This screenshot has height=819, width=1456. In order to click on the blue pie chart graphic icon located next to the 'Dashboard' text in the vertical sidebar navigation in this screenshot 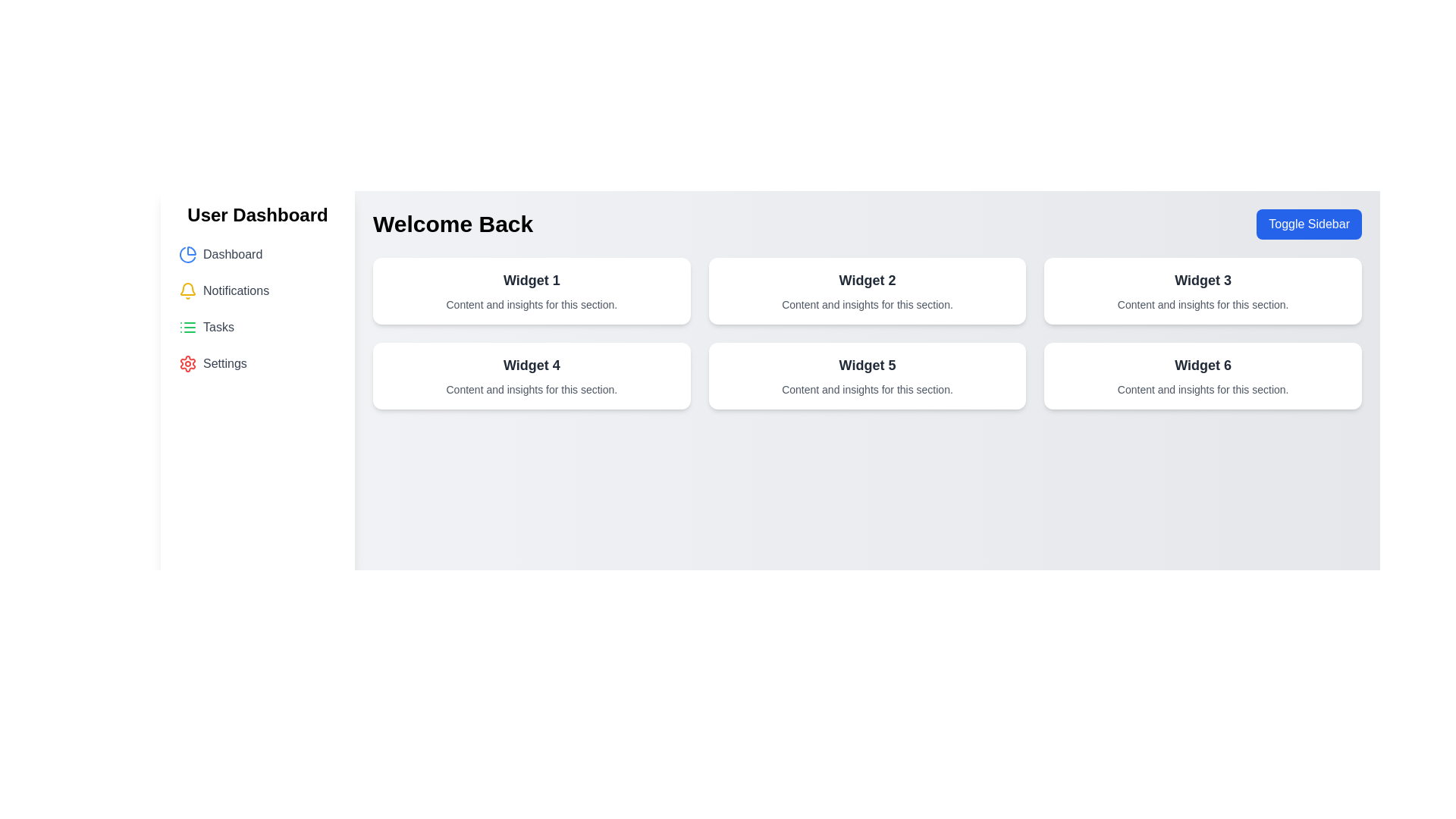, I will do `click(187, 254)`.